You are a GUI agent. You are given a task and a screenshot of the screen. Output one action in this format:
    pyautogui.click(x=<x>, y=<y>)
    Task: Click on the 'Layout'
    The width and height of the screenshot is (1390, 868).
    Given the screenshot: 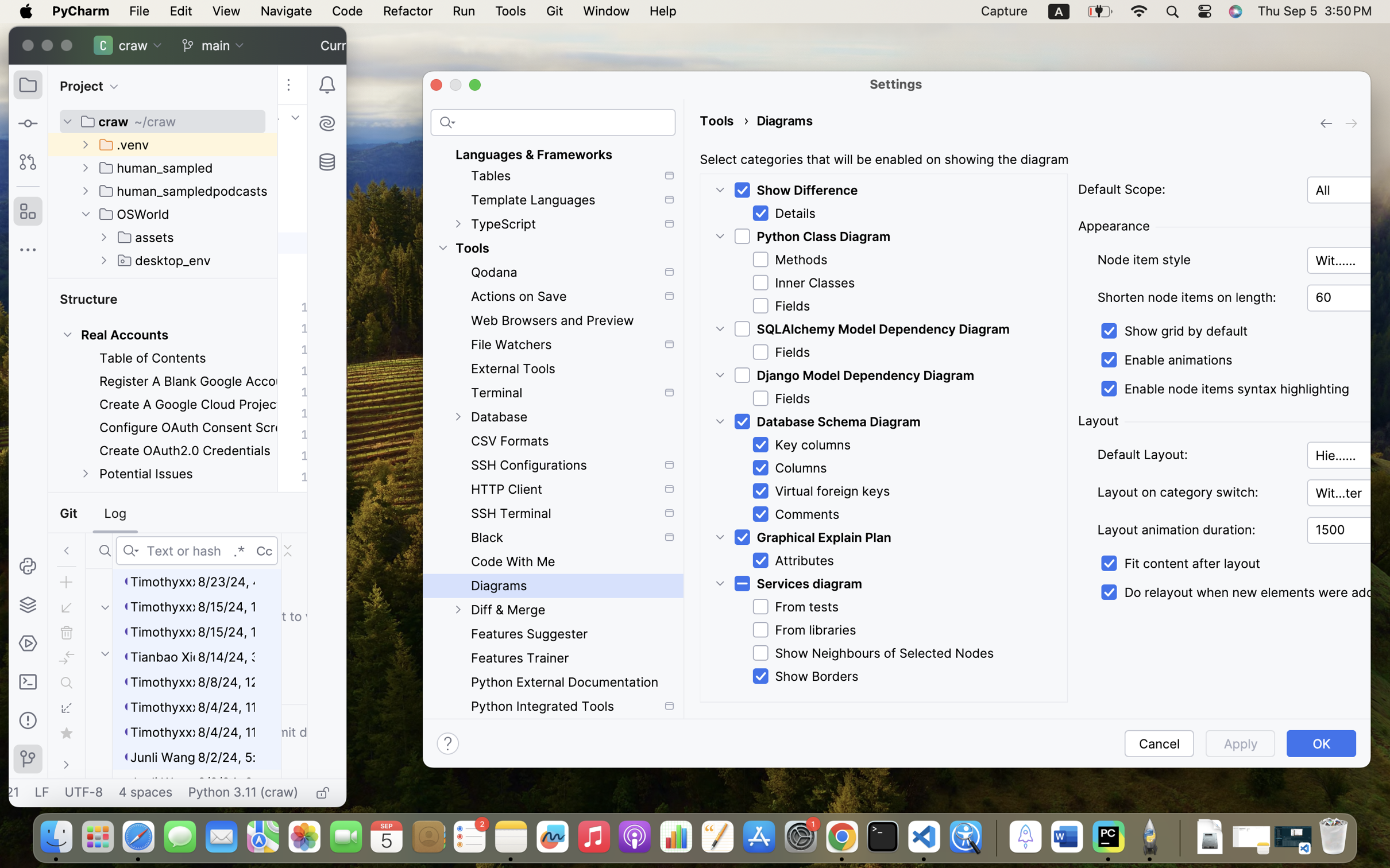 What is the action you would take?
    pyautogui.click(x=1098, y=420)
    